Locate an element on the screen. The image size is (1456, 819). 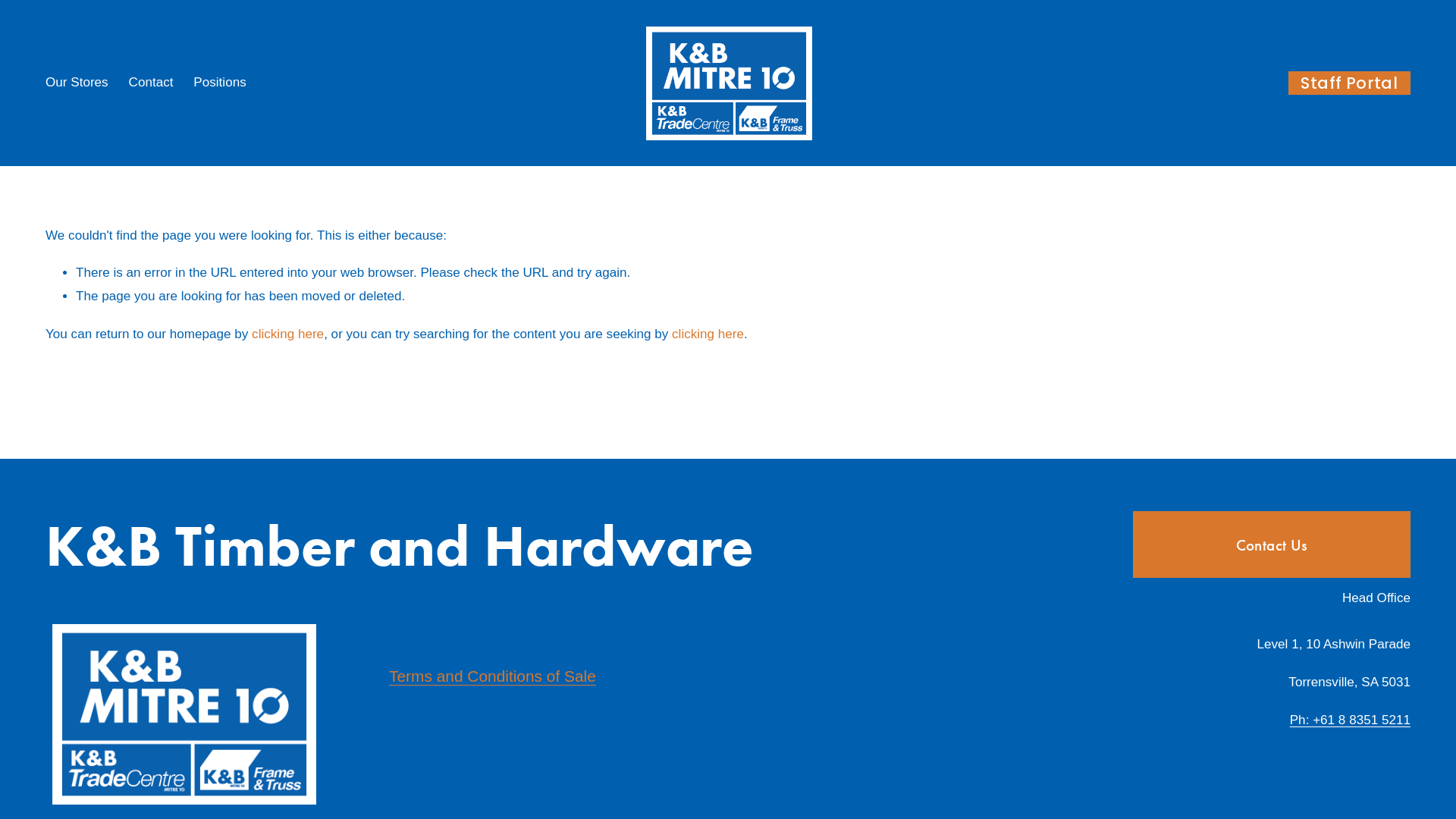
'Ph: +61 8 8351 5211' is located at coordinates (1350, 720).